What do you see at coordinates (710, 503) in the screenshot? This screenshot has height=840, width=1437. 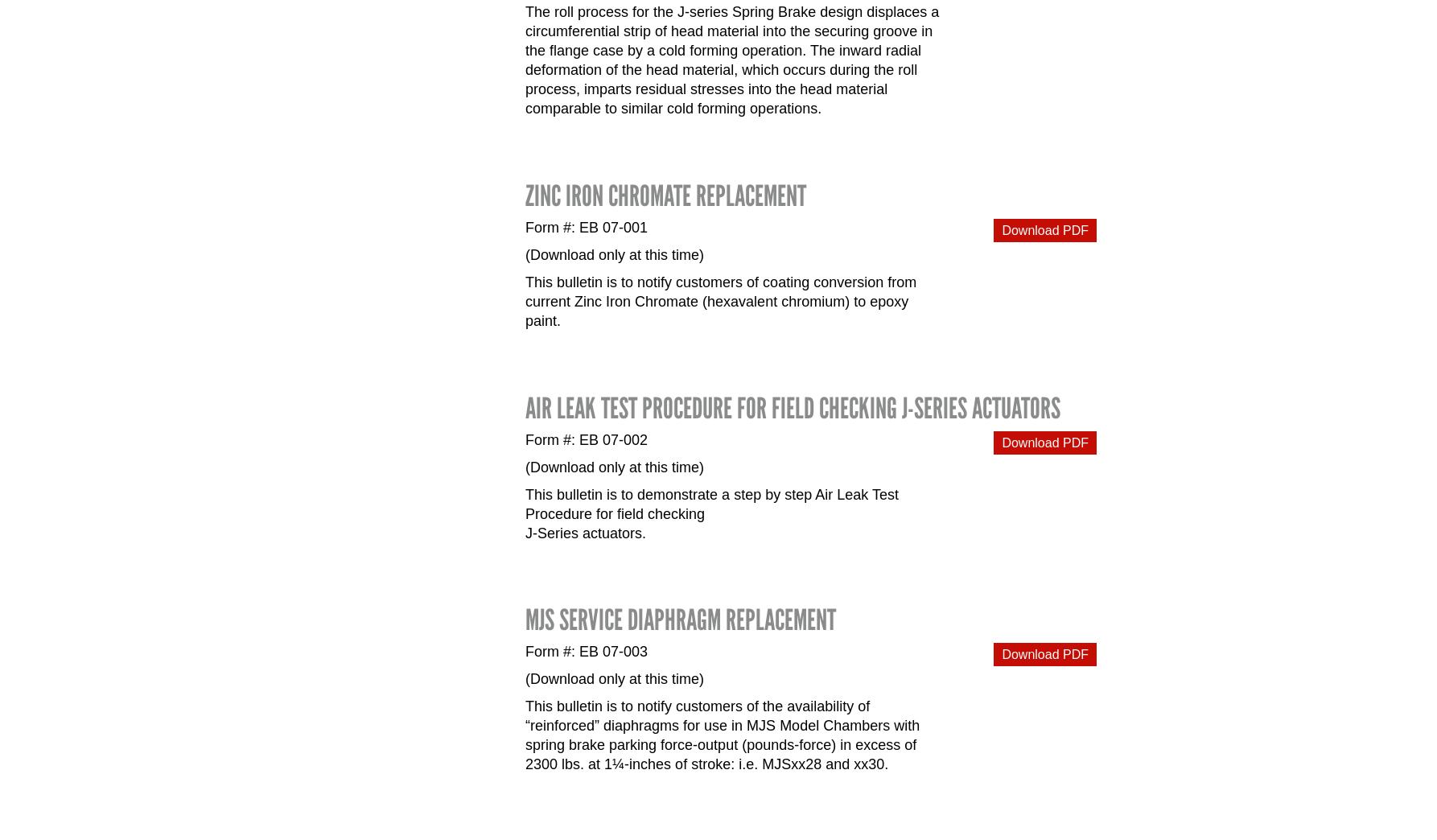 I see `'This bulletin is to demonstrate a step by step Air Leak Test Procedure for field checking'` at bounding box center [710, 503].